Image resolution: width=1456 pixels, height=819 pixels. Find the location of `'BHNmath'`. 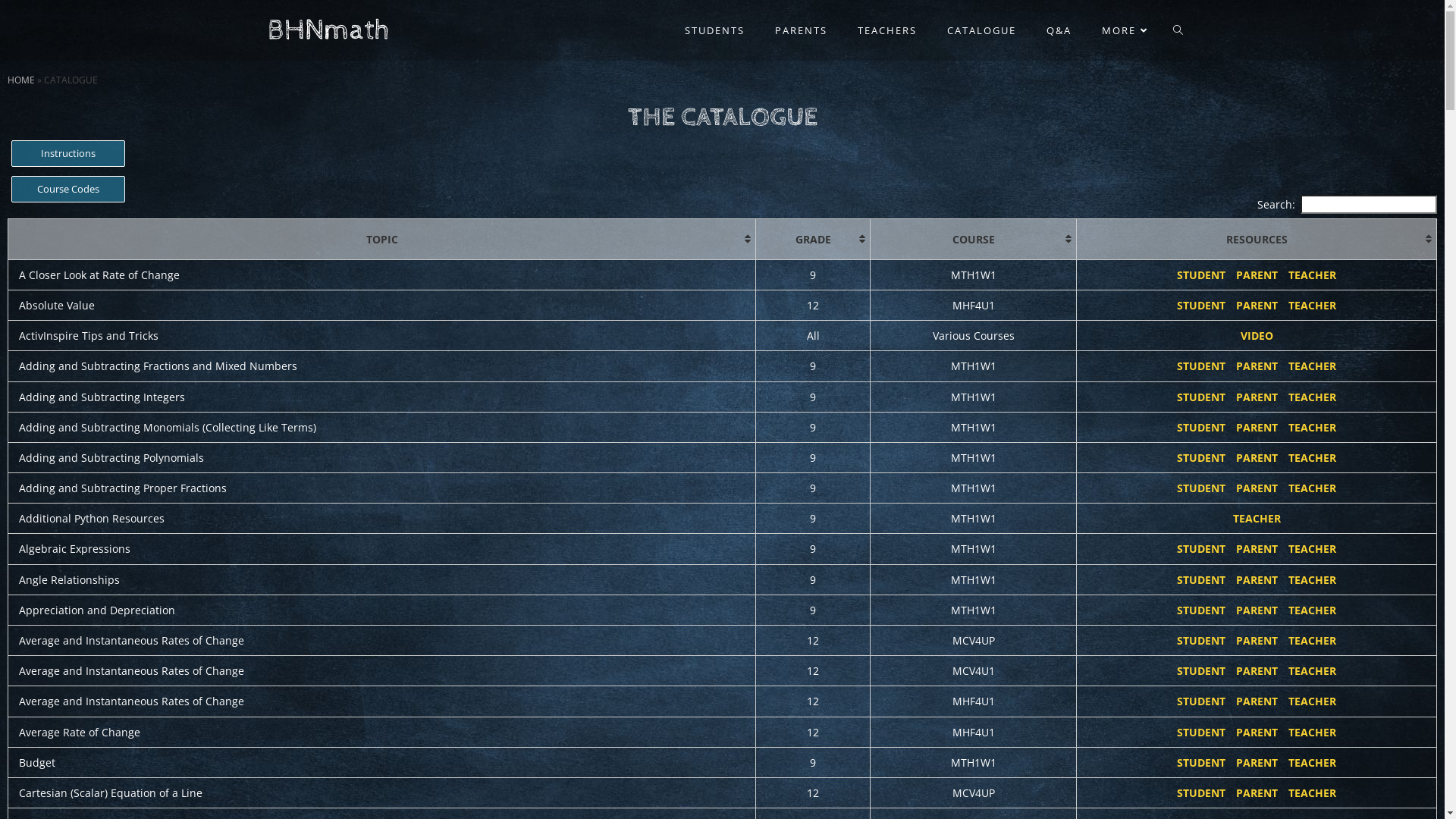

'BHNmath' is located at coordinates (266, 30).